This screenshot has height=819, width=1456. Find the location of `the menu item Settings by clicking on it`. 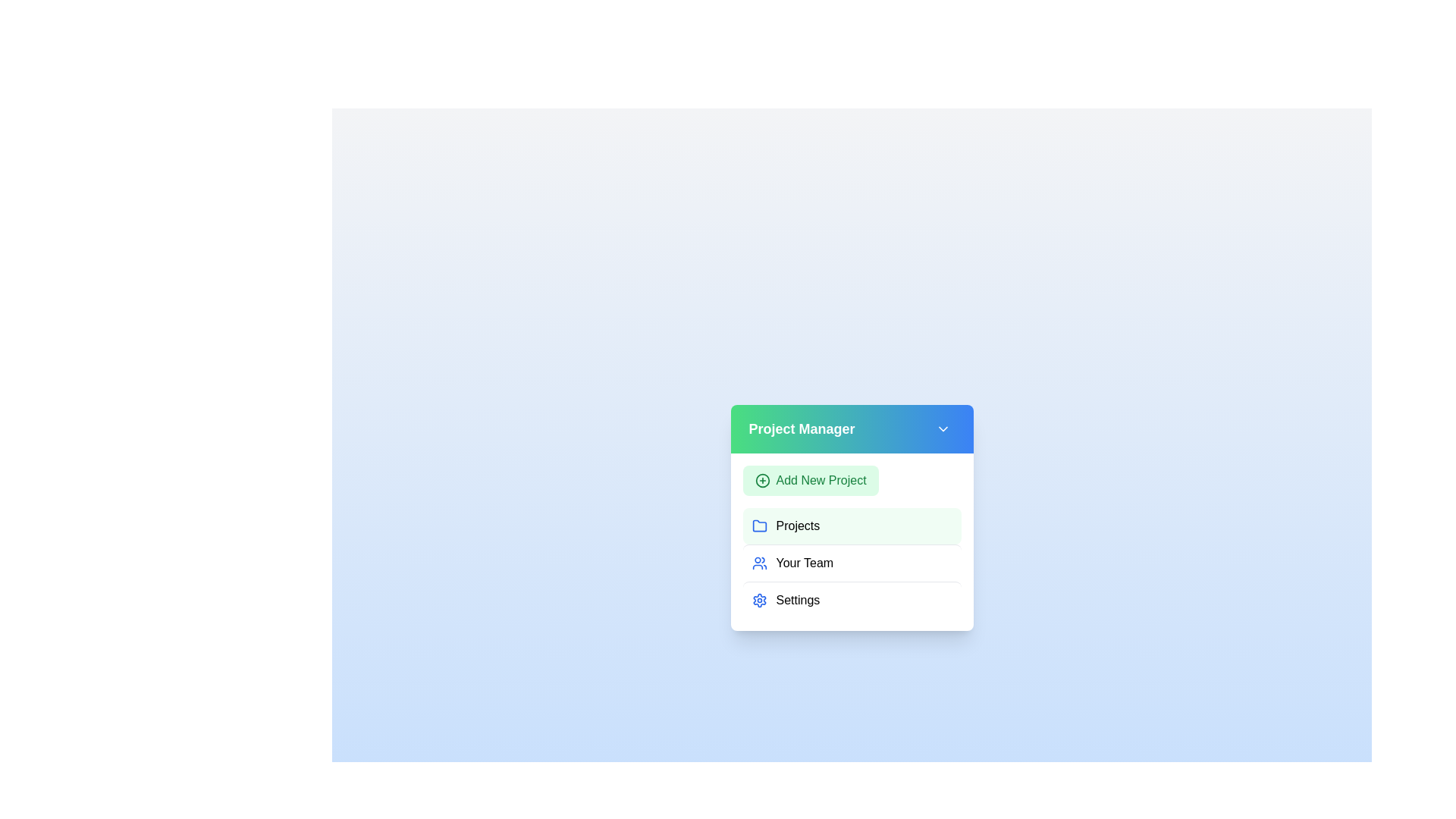

the menu item Settings by clicking on it is located at coordinates (852, 599).